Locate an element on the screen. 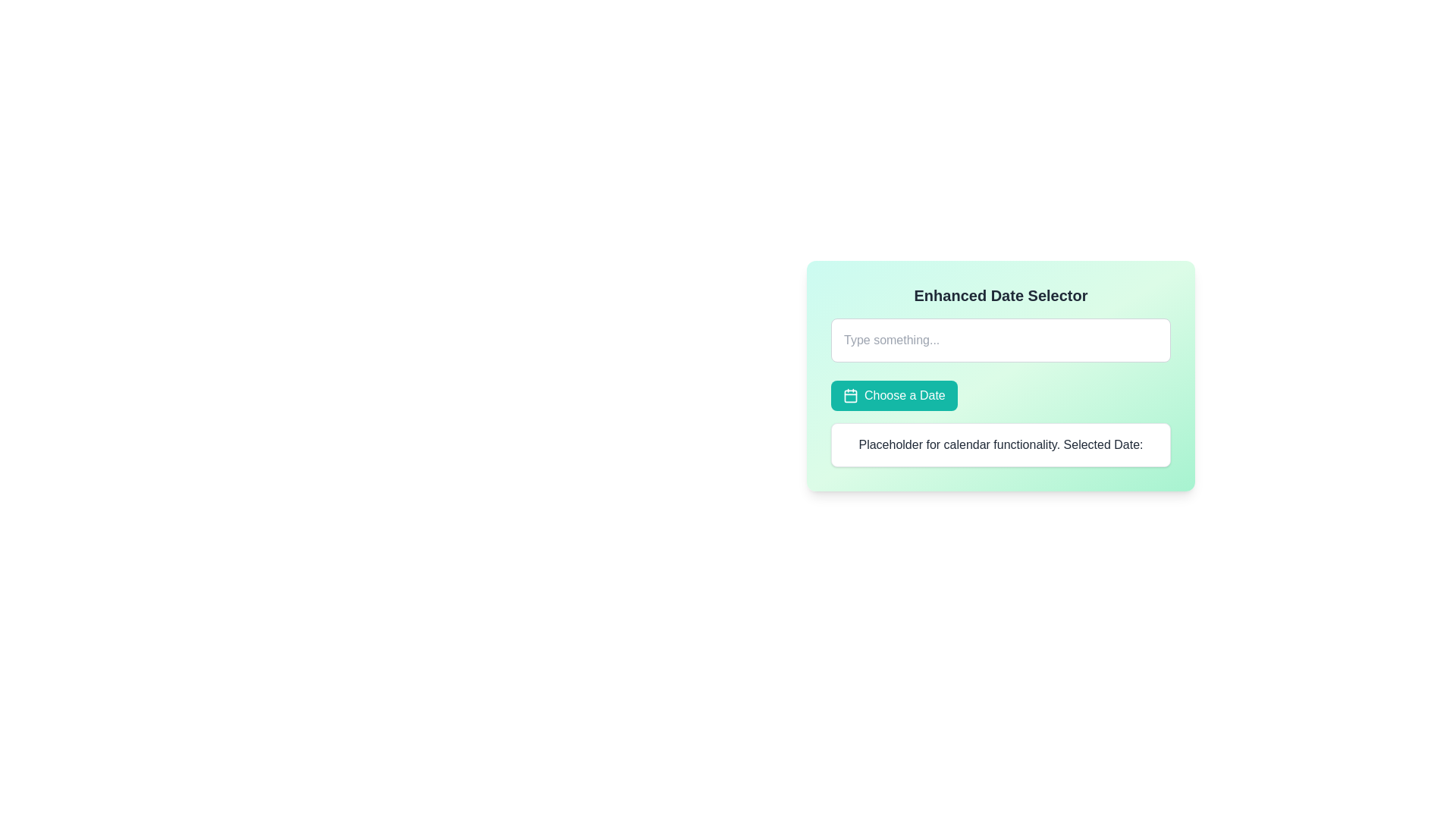  the date selection button located under the 'Enhanced Date Selector' heading to interact is located at coordinates (894, 394).